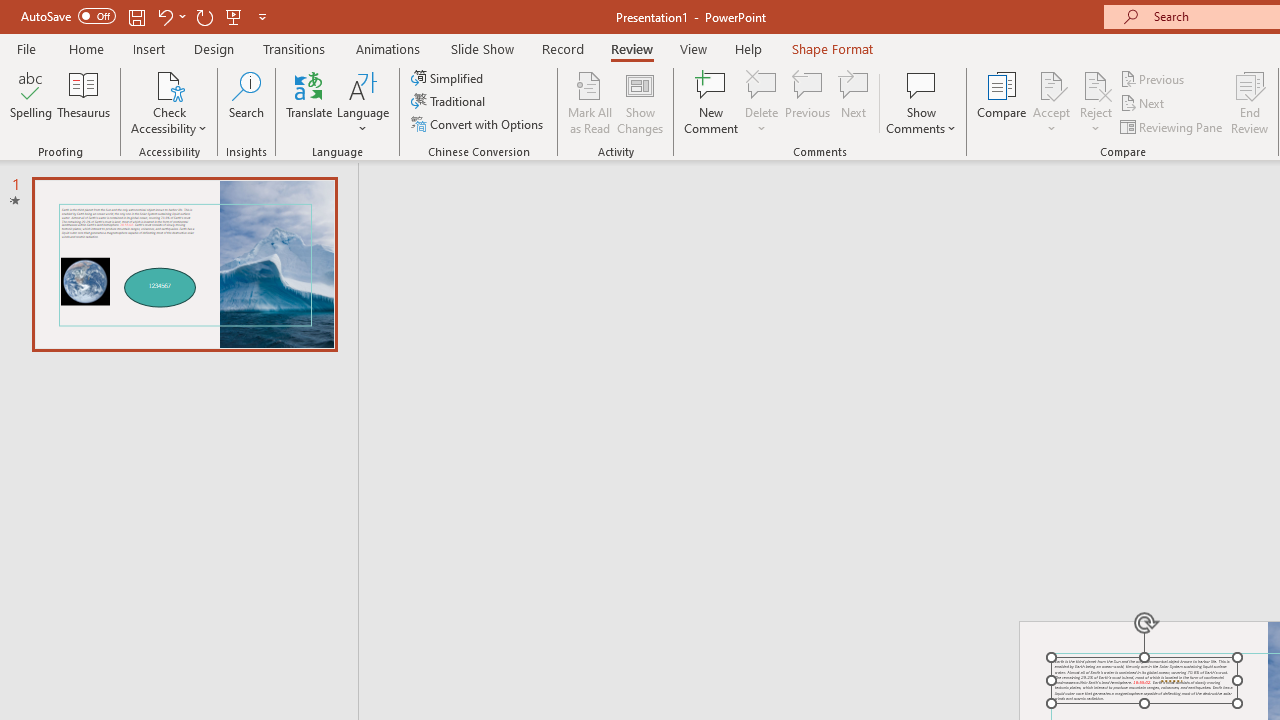 This screenshot has height=720, width=1280. I want to click on 'New Comment', so click(711, 103).